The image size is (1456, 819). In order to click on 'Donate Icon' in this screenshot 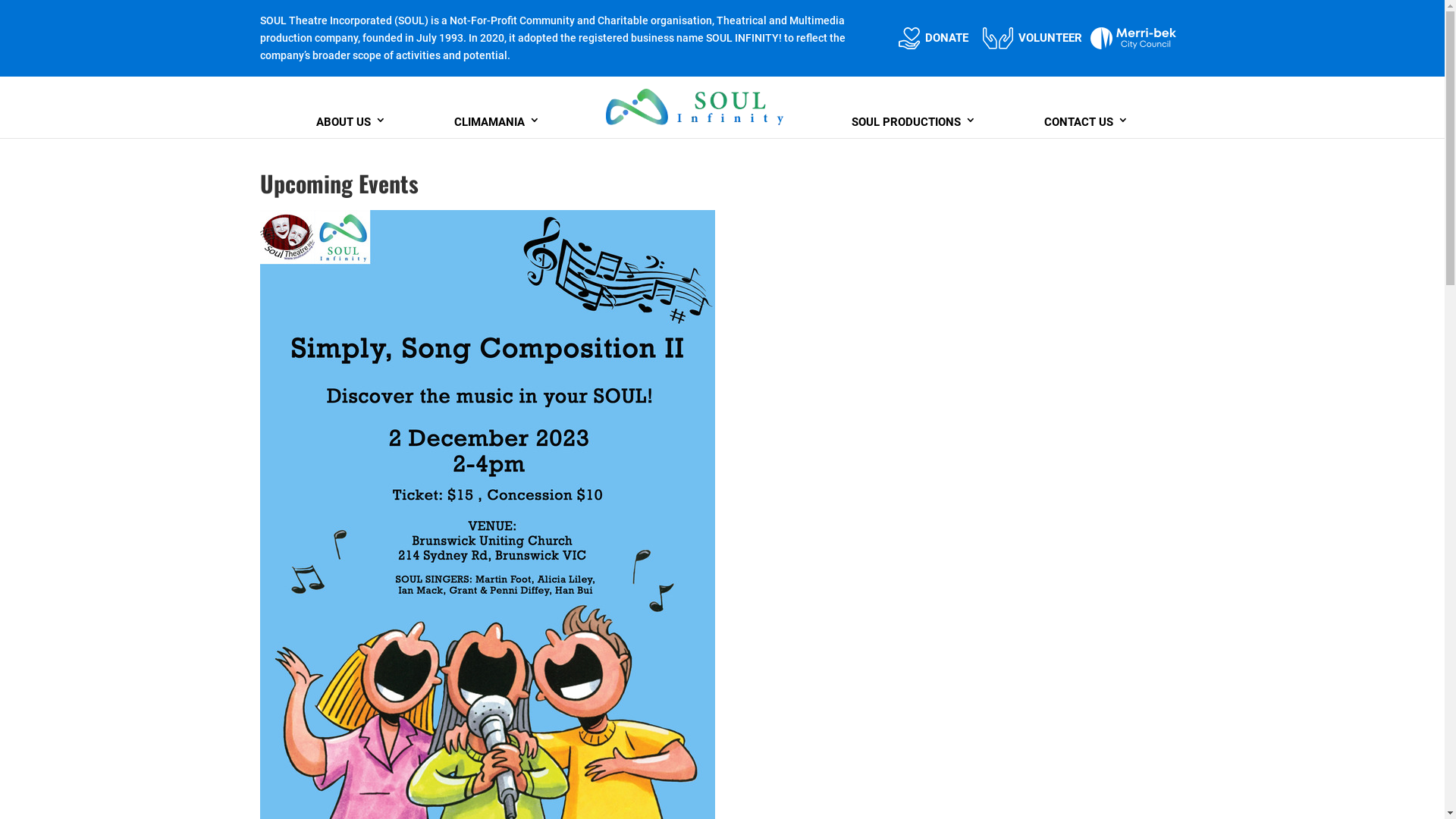, I will do `click(909, 37)`.